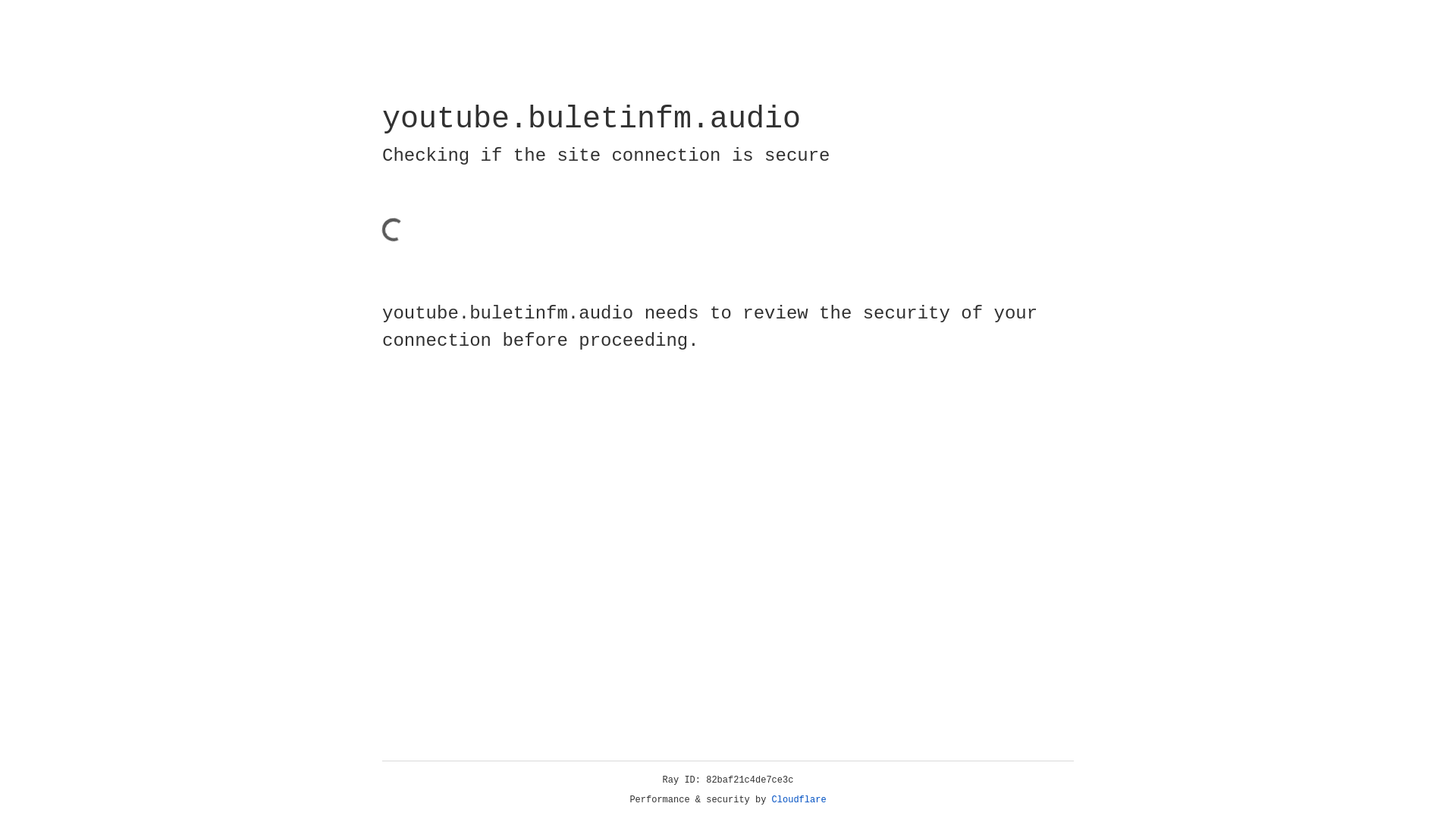 This screenshot has height=819, width=1456. I want to click on 'Cloudflare', so click(799, 799).